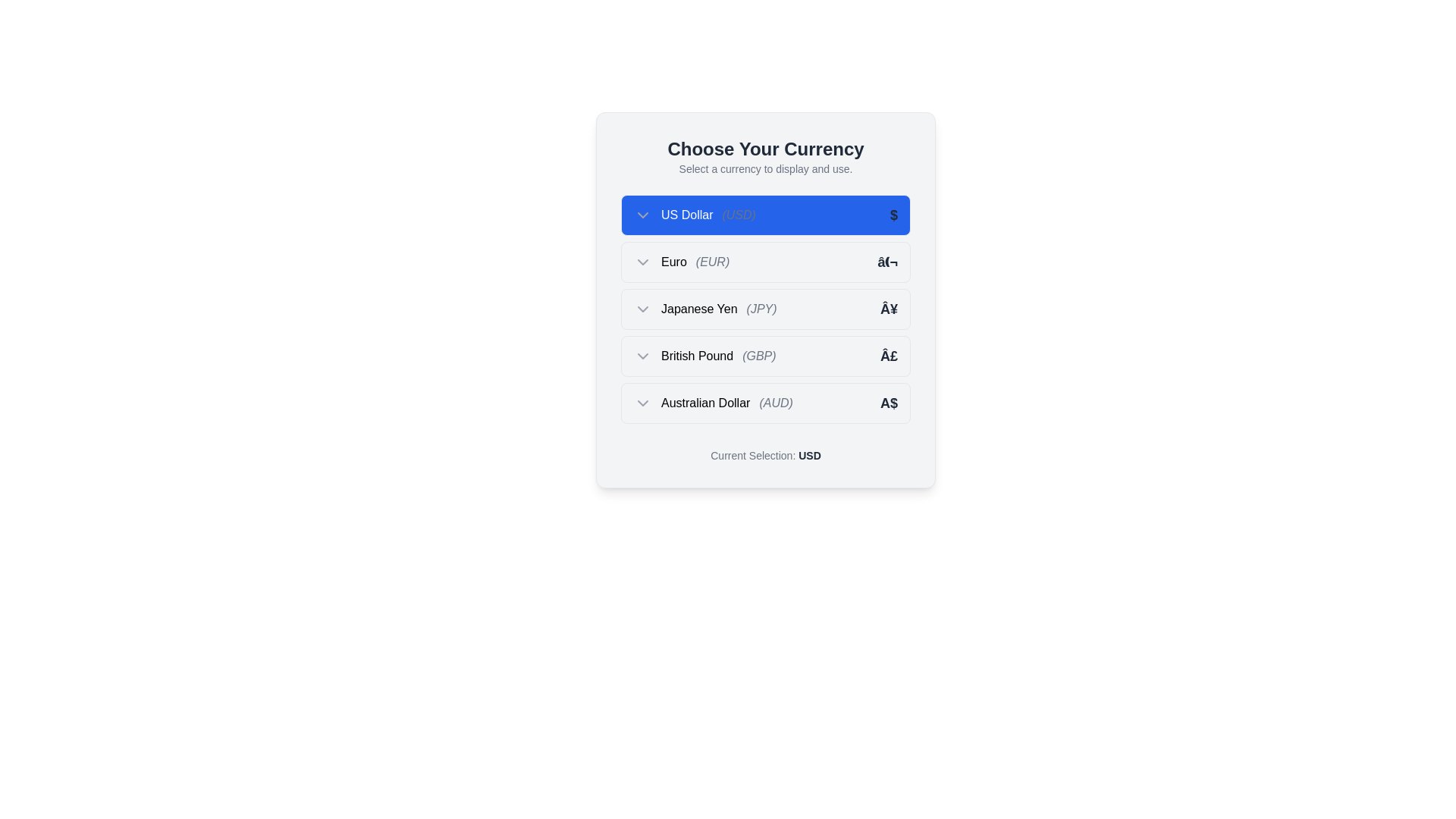  What do you see at coordinates (704, 309) in the screenshot?
I see `the 'Japanese Yen' text and icon group in the currency selection list` at bounding box center [704, 309].